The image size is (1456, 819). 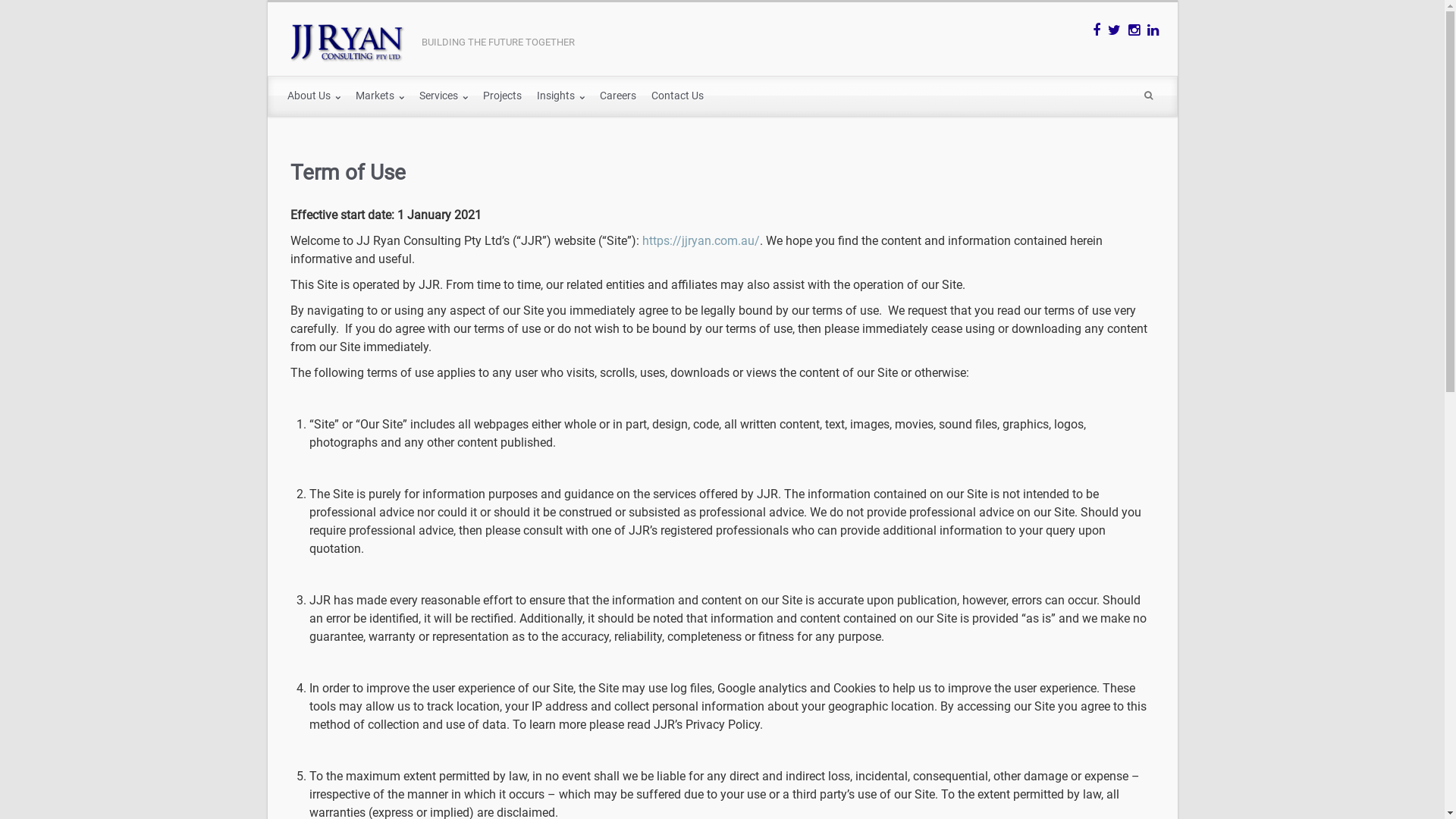 I want to click on 'Contact Us', so click(x=643, y=96).